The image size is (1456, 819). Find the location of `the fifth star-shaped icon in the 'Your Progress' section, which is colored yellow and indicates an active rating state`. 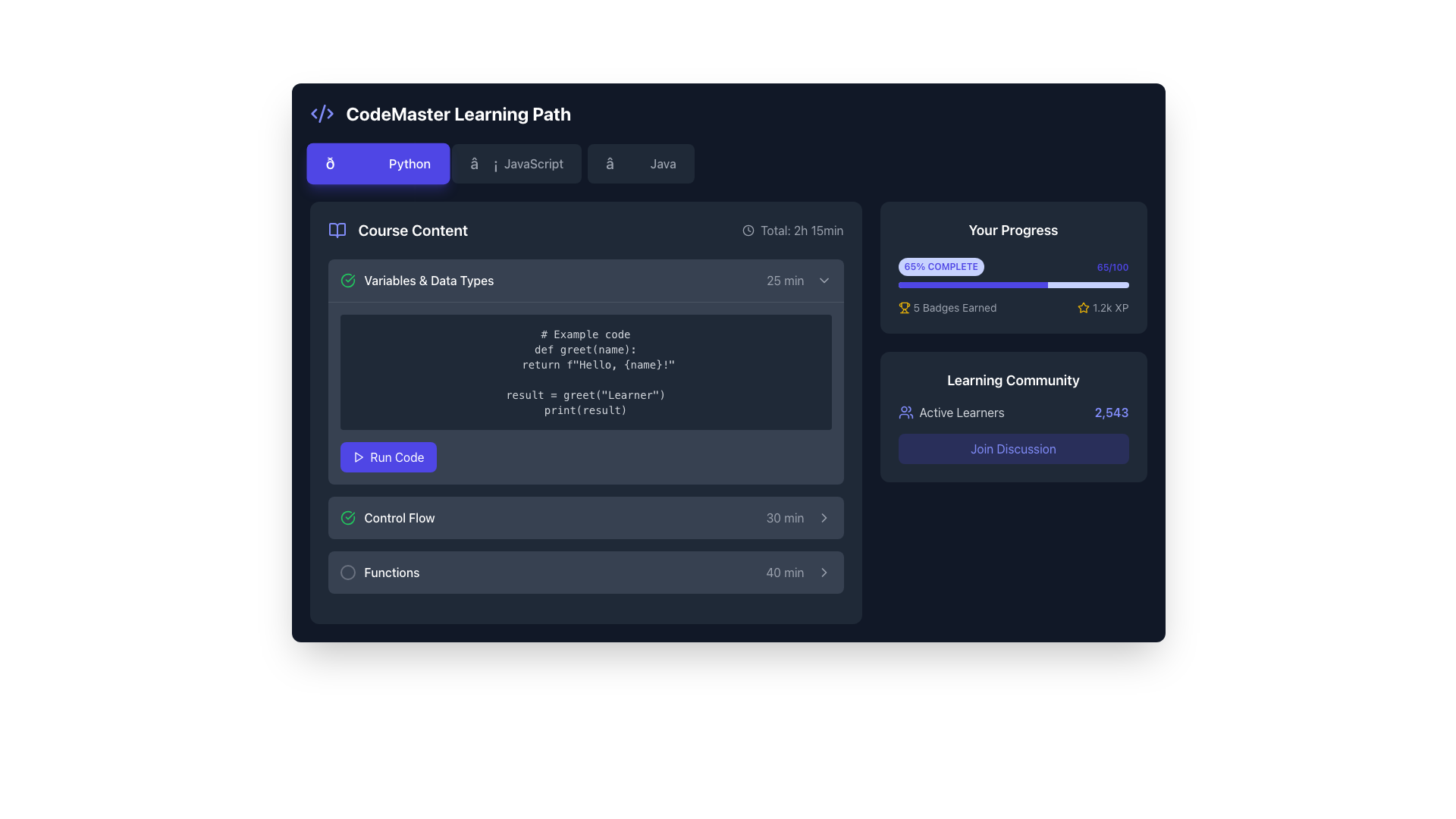

the fifth star-shaped icon in the 'Your Progress' section, which is colored yellow and indicates an active rating state is located at coordinates (1083, 307).